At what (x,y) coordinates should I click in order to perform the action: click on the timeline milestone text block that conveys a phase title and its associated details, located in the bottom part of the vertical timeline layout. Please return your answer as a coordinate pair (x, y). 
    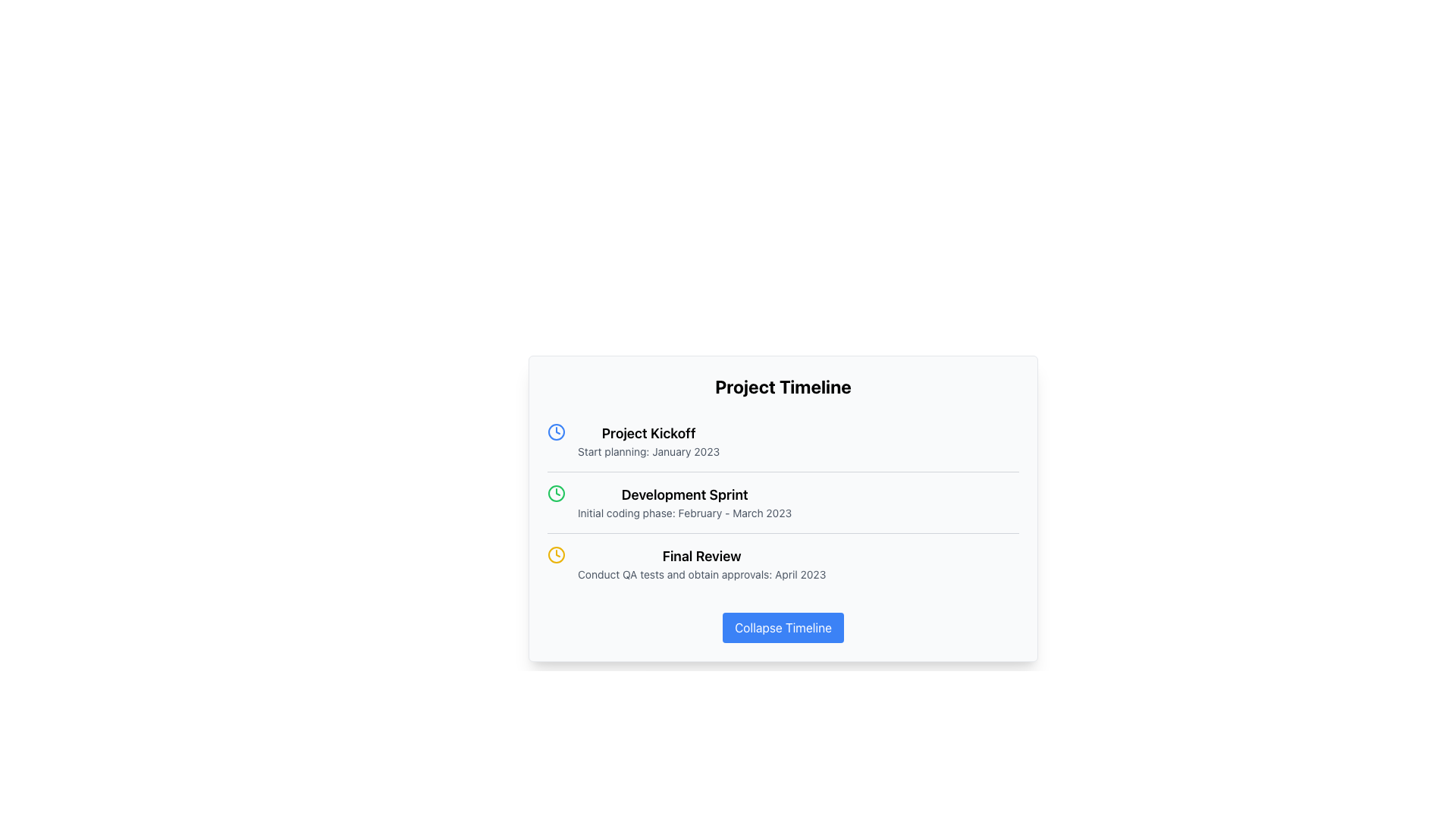
    Looking at the image, I should click on (701, 564).